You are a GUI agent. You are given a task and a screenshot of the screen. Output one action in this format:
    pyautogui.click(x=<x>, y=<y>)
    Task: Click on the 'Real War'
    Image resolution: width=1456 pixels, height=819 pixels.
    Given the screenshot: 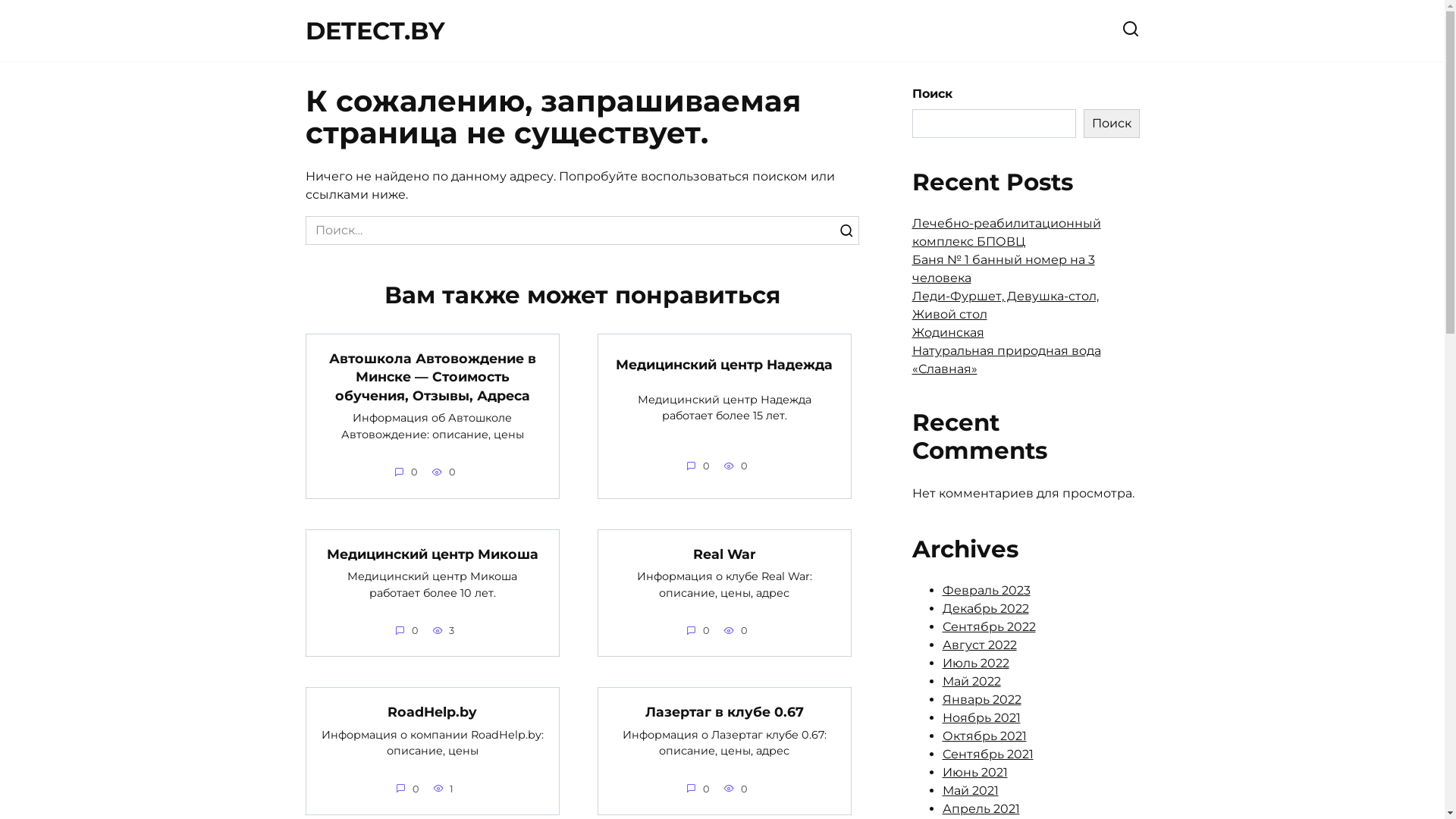 What is the action you would take?
    pyautogui.click(x=692, y=554)
    